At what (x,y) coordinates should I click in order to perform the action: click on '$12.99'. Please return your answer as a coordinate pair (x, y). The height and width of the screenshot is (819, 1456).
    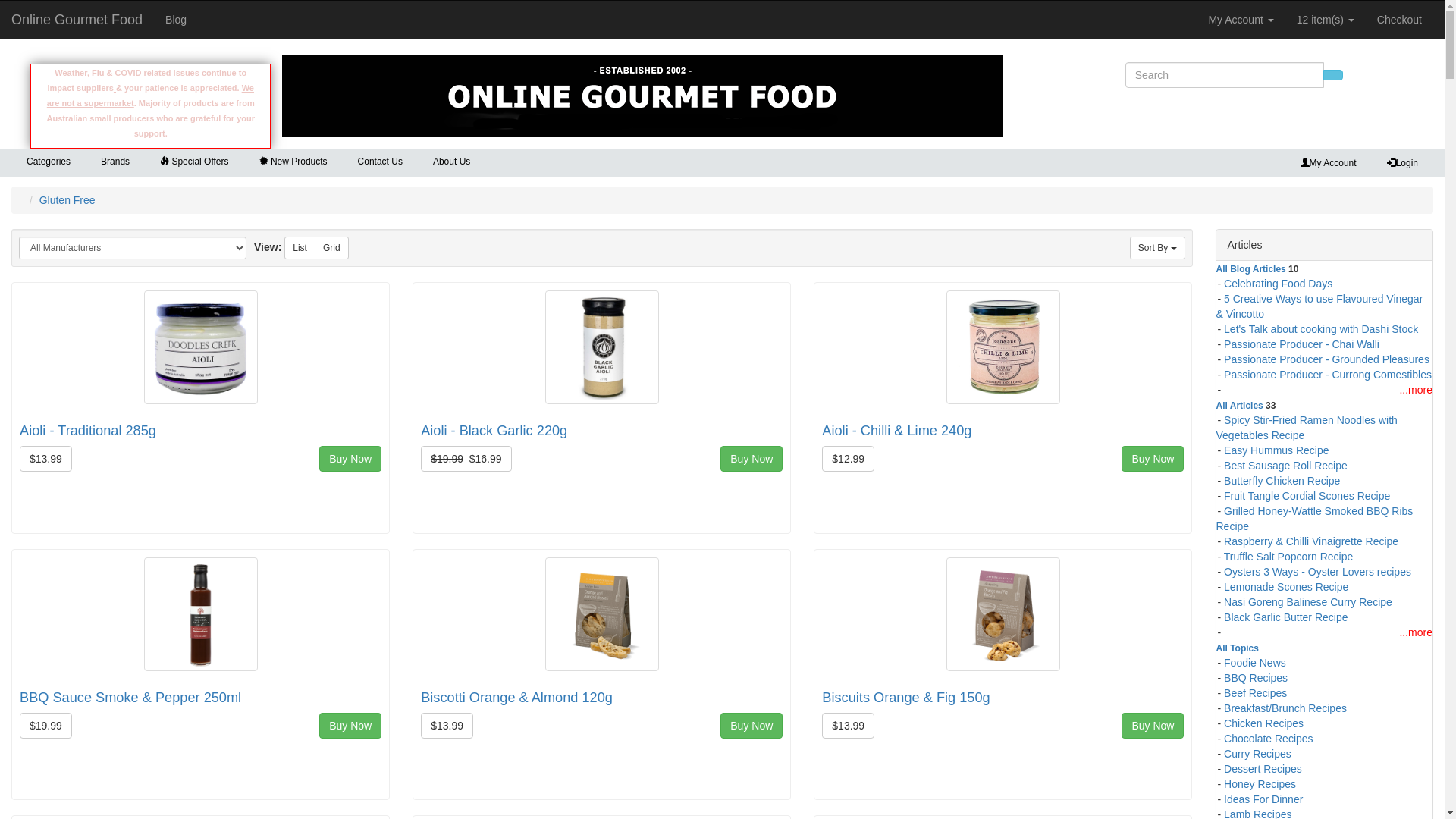
    Looking at the image, I should click on (847, 458).